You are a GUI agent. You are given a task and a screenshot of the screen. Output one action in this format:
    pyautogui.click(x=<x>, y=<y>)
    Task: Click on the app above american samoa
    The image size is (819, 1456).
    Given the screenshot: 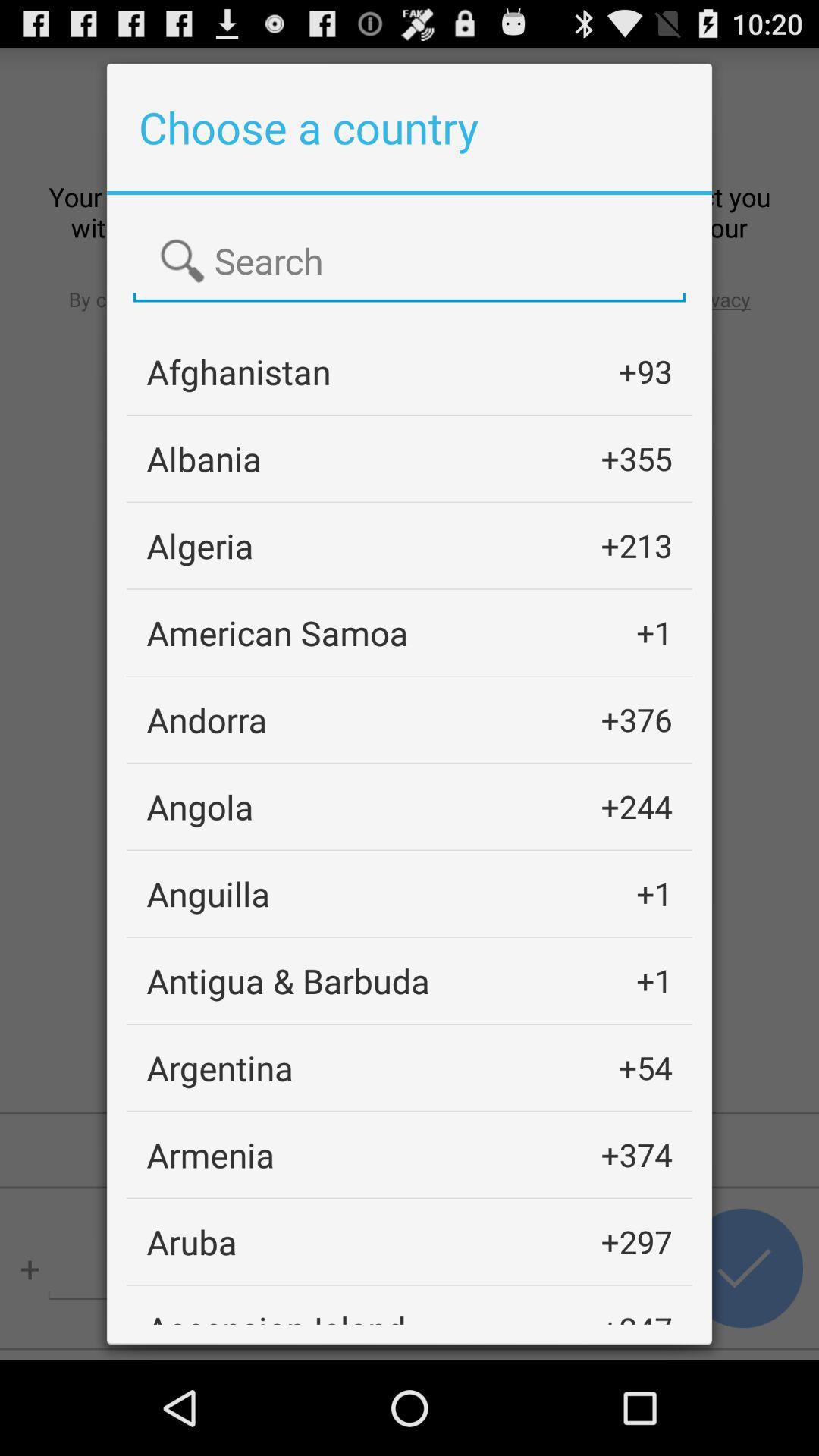 What is the action you would take?
    pyautogui.click(x=199, y=545)
    